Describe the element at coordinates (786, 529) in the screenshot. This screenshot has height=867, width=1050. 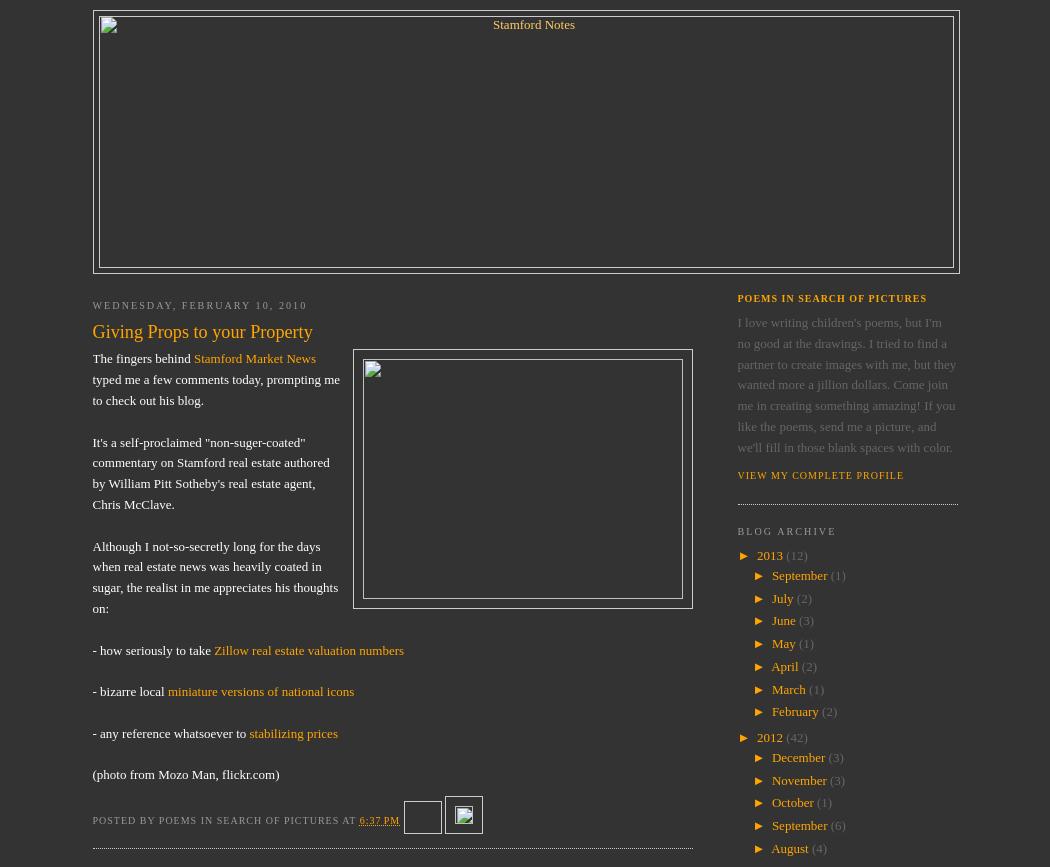
I see `'Blog Archive'` at that location.